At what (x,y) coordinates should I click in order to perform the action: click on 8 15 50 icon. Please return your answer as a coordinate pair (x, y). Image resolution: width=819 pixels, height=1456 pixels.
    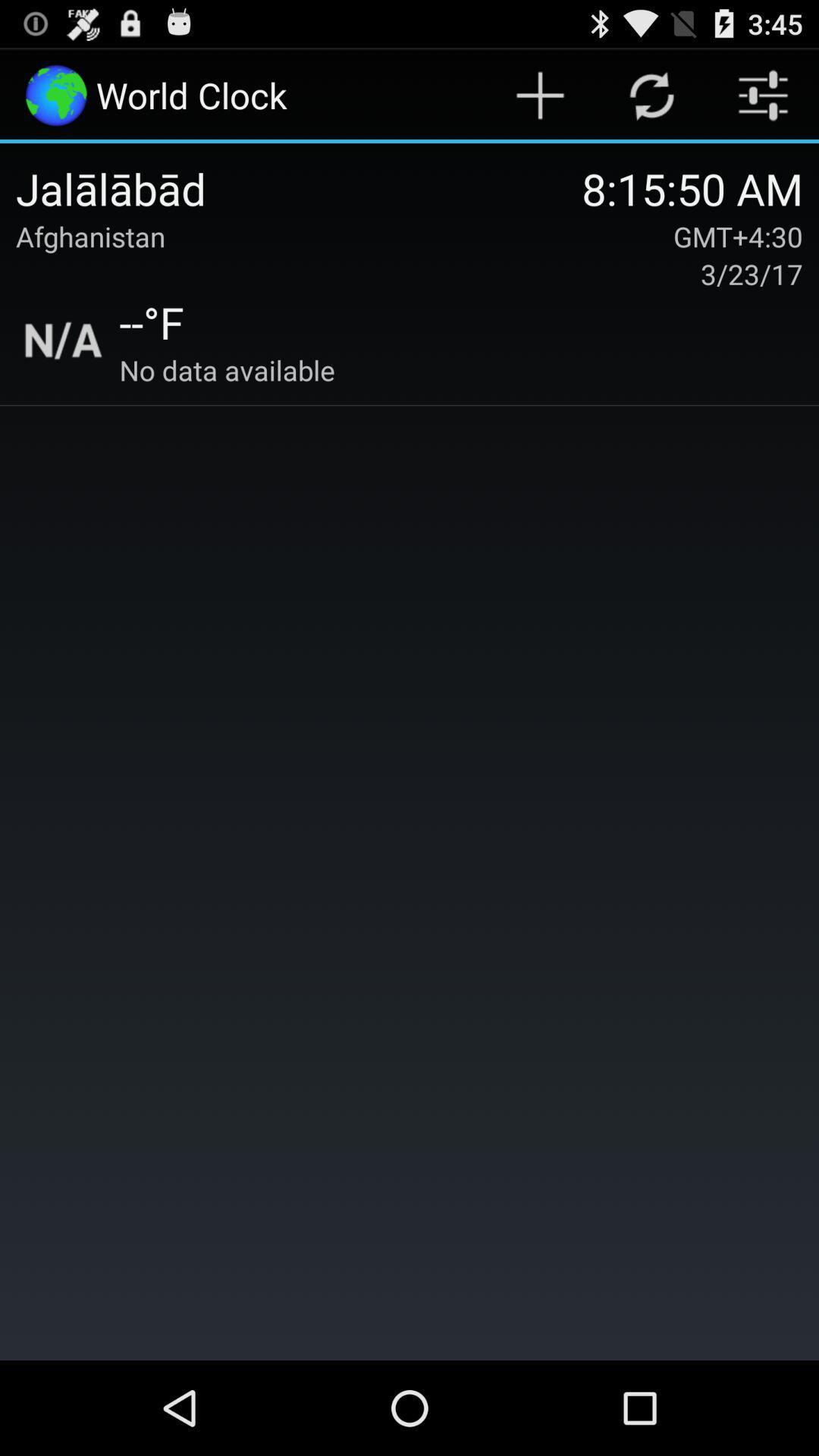
    Looking at the image, I should click on (692, 187).